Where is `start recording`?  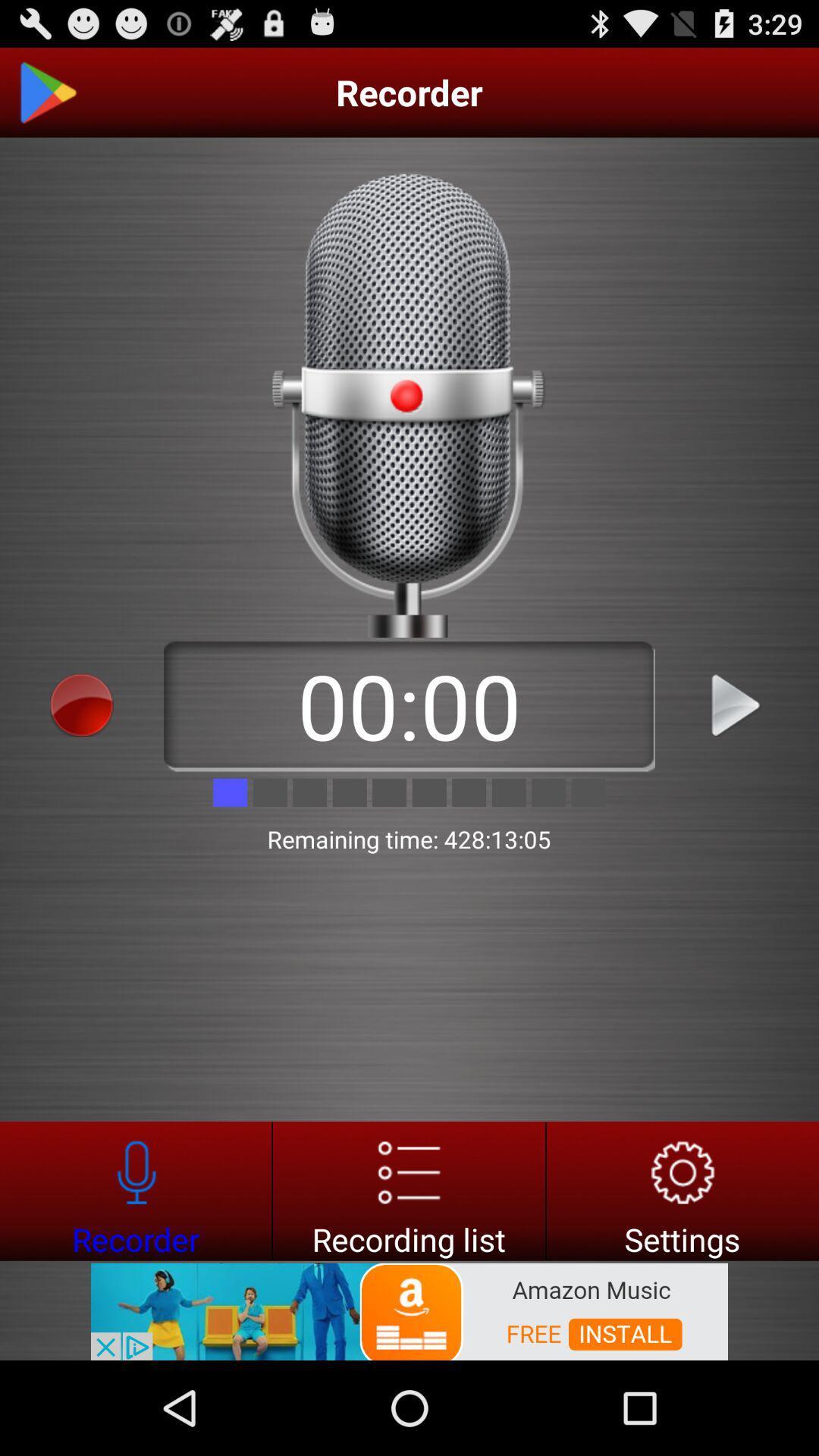
start recording is located at coordinates (82, 704).